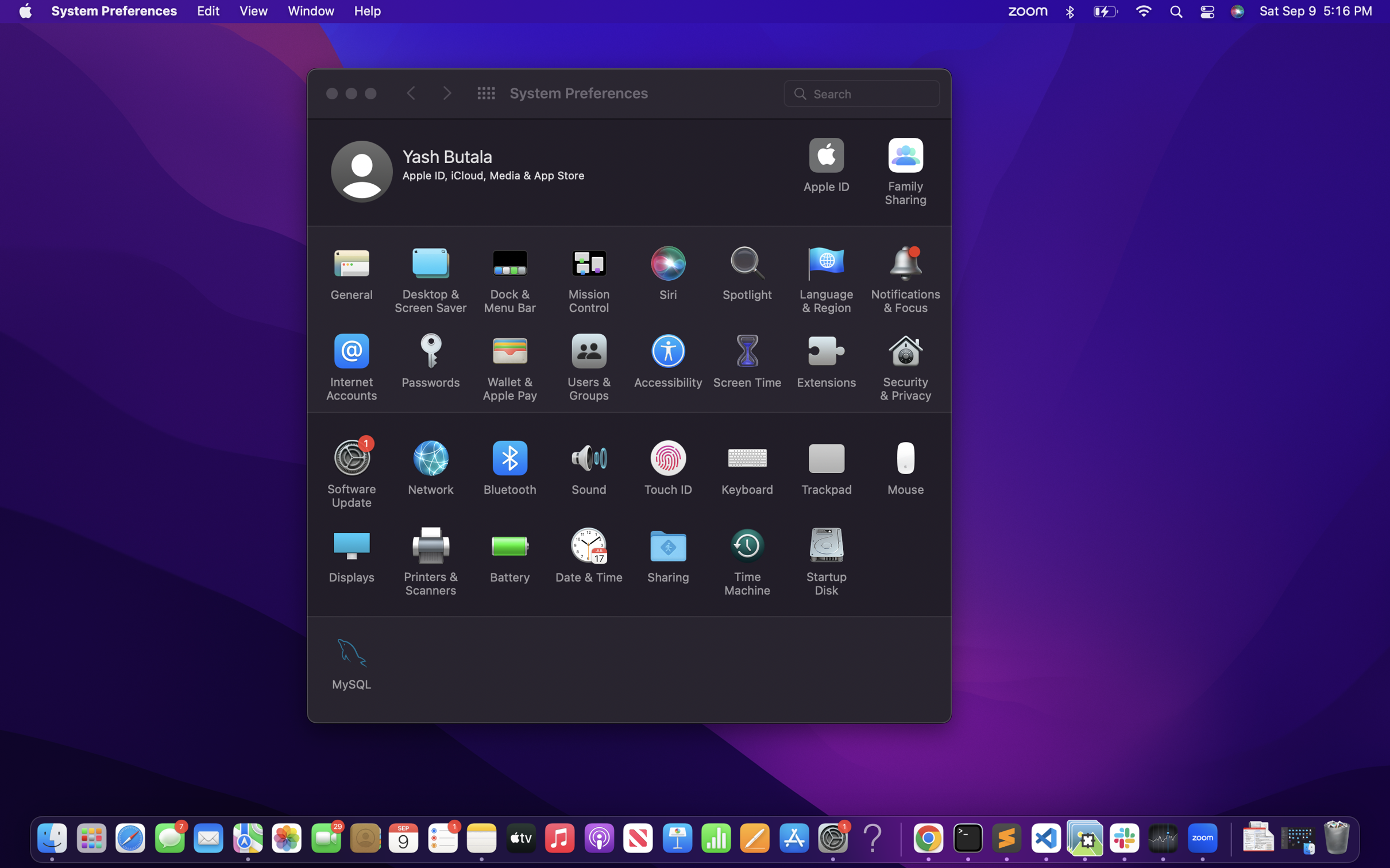  What do you see at coordinates (863, 92) in the screenshot?
I see `Use search bar to find hardware settings` at bounding box center [863, 92].